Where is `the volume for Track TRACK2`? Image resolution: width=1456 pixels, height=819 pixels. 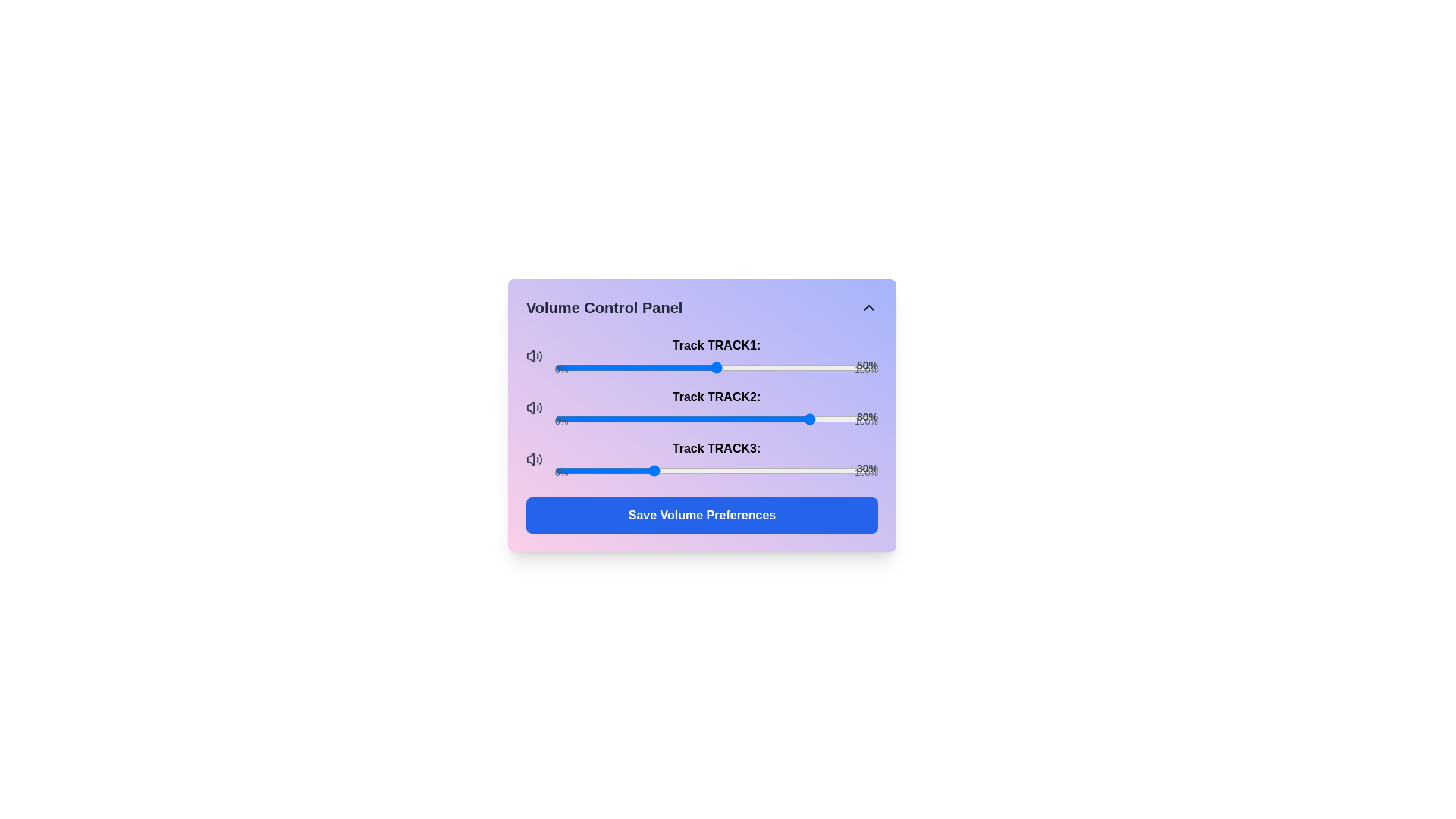
the volume for Track TRACK2 is located at coordinates (645, 419).